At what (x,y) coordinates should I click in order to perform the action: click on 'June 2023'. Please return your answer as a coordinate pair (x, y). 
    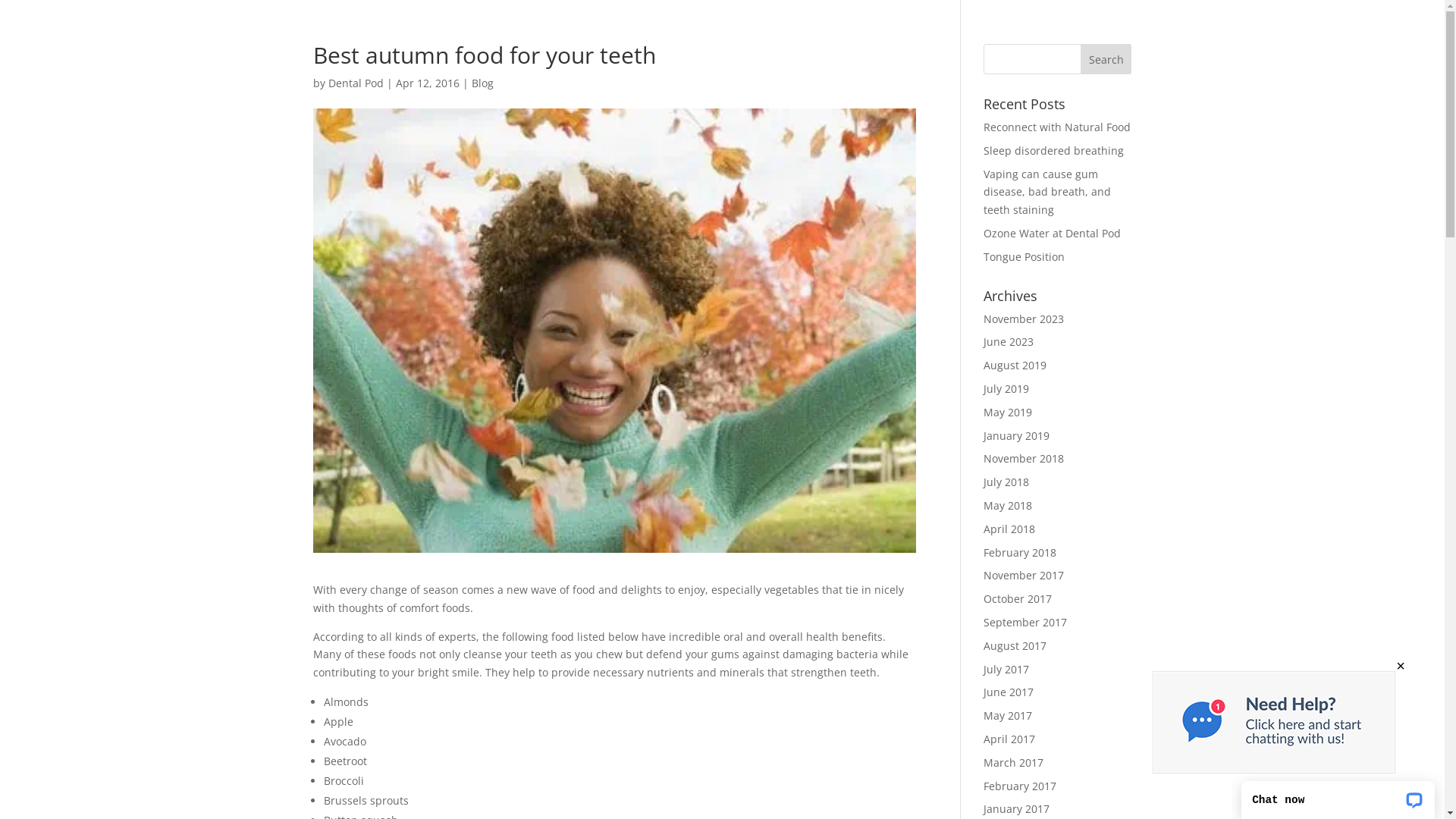
    Looking at the image, I should click on (1008, 341).